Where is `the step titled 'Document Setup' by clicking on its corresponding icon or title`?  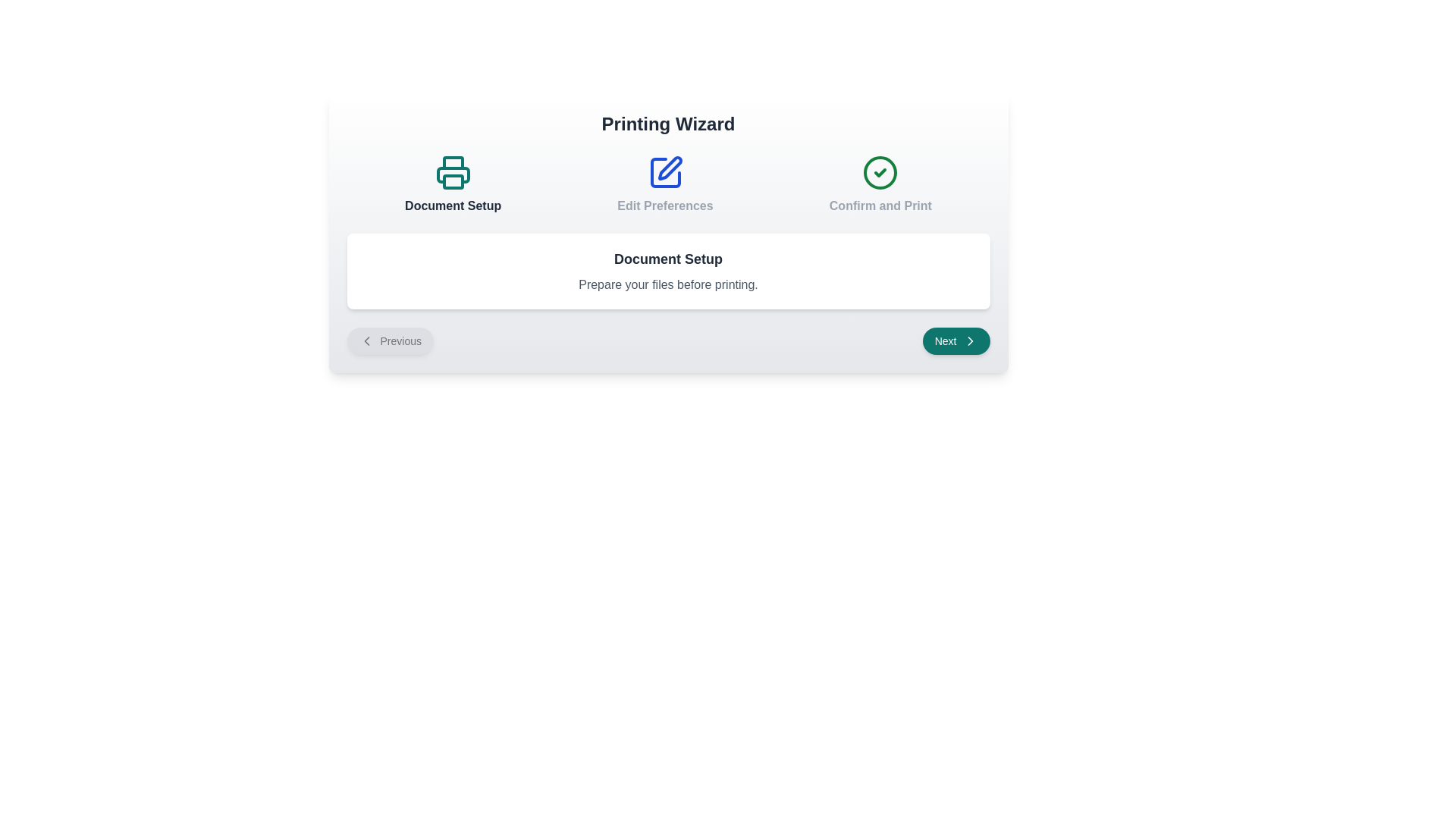
the step titled 'Document Setup' by clicking on its corresponding icon or title is located at coordinates (452, 184).